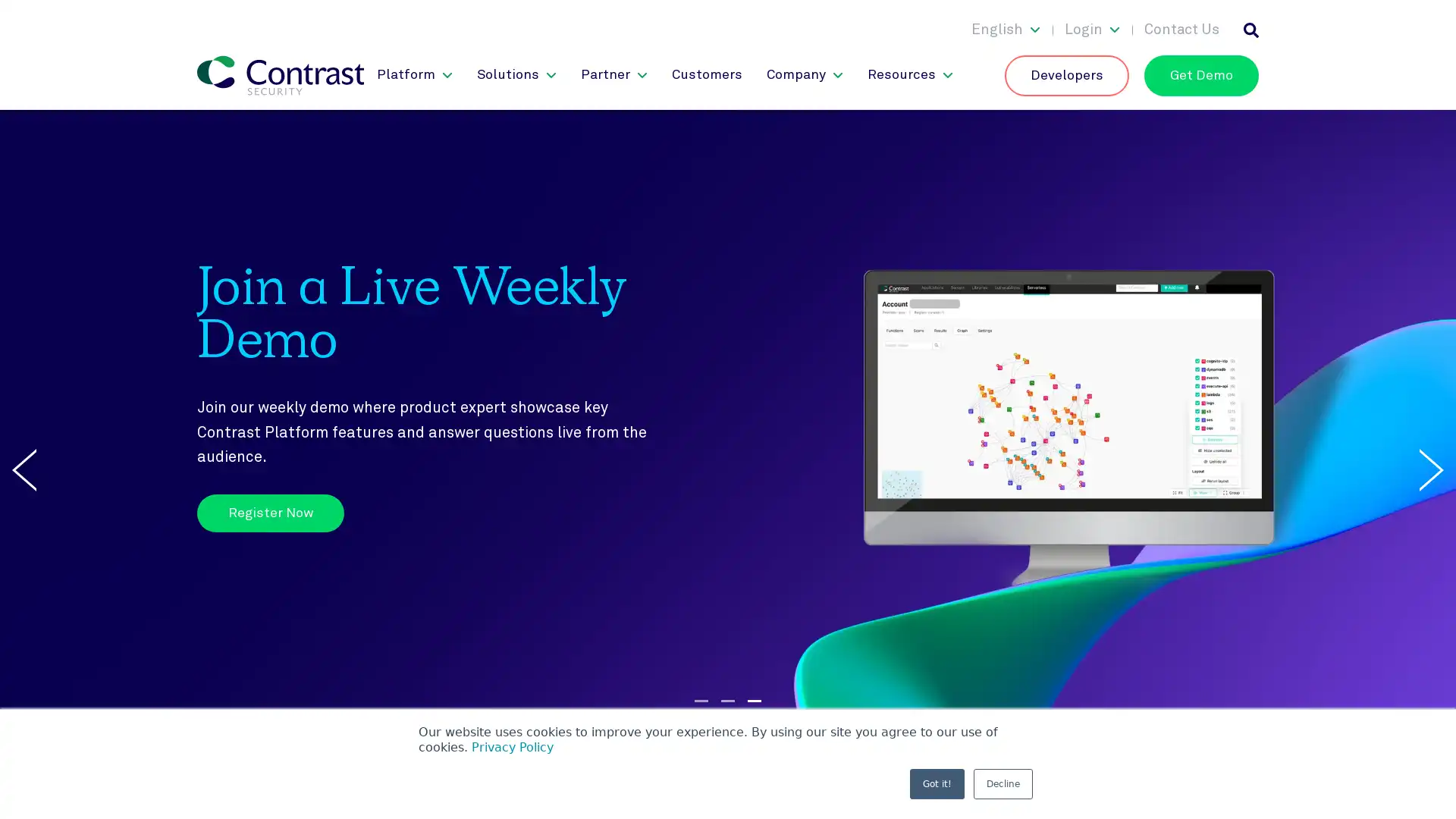 The width and height of the screenshot is (1456, 819). Describe the element at coordinates (24, 468) in the screenshot. I see `Previous` at that location.